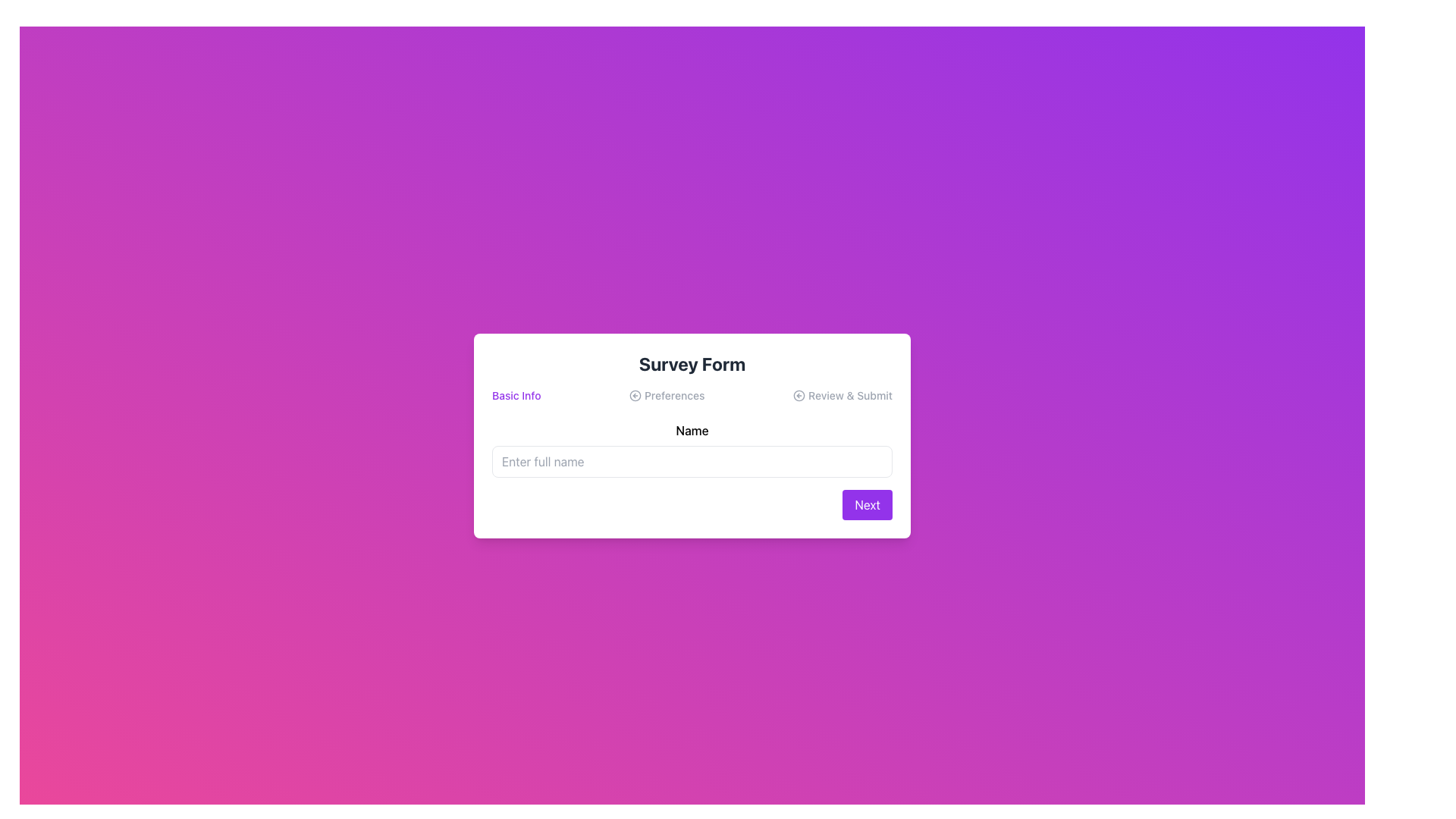  What do you see at coordinates (842, 394) in the screenshot?
I see `the 'Review & Submit' text label, which is a small gray font element located at the upper-right section of the white form card, positioned next to the 'Preferences' option` at bounding box center [842, 394].